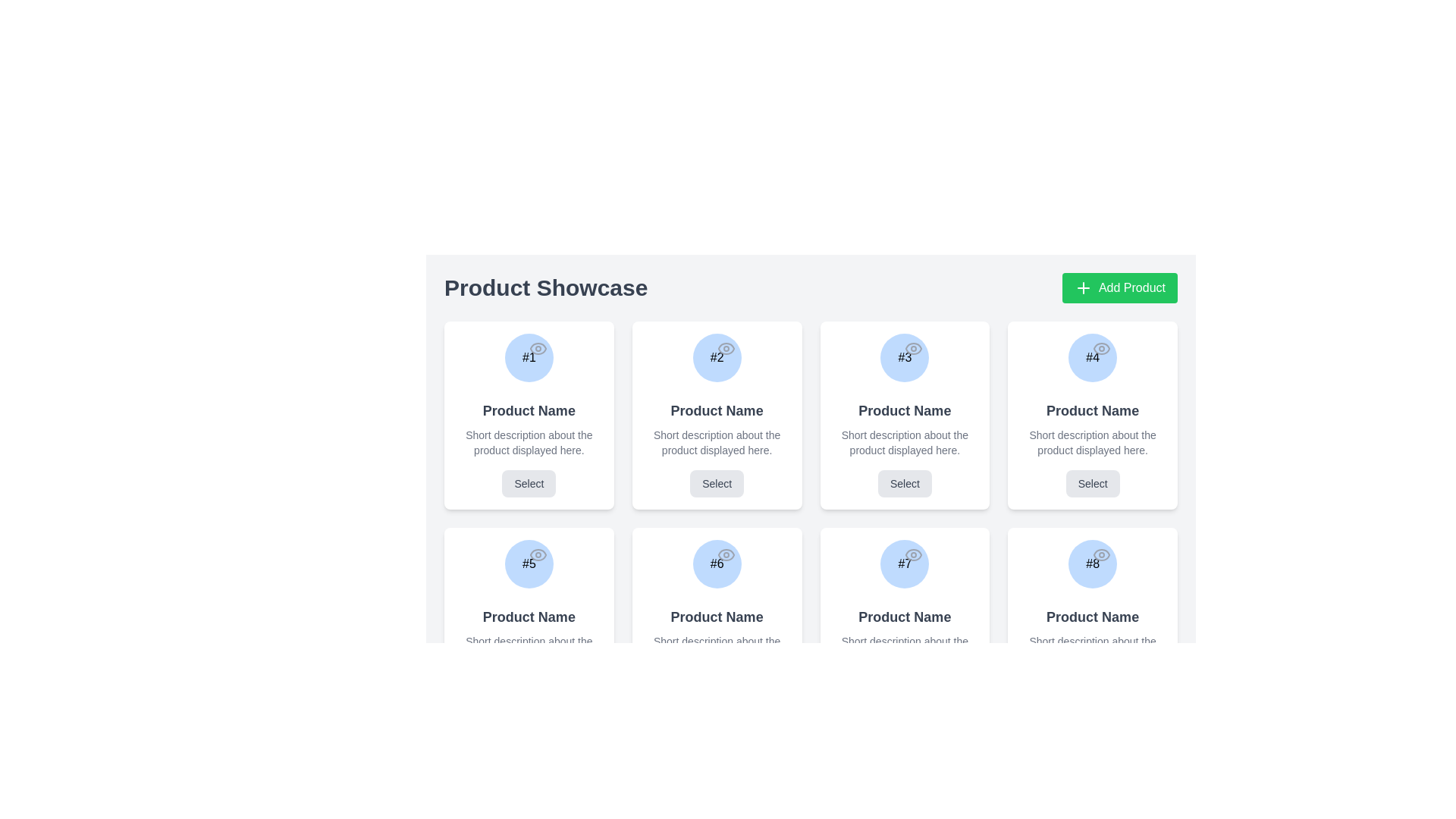 The width and height of the screenshot is (1456, 819). What do you see at coordinates (529, 357) in the screenshot?
I see `the blue circular badge with the text '#1' and an eye-shaped icon, which is located at the center-top of the upper-left product card in a product grid layout` at bounding box center [529, 357].